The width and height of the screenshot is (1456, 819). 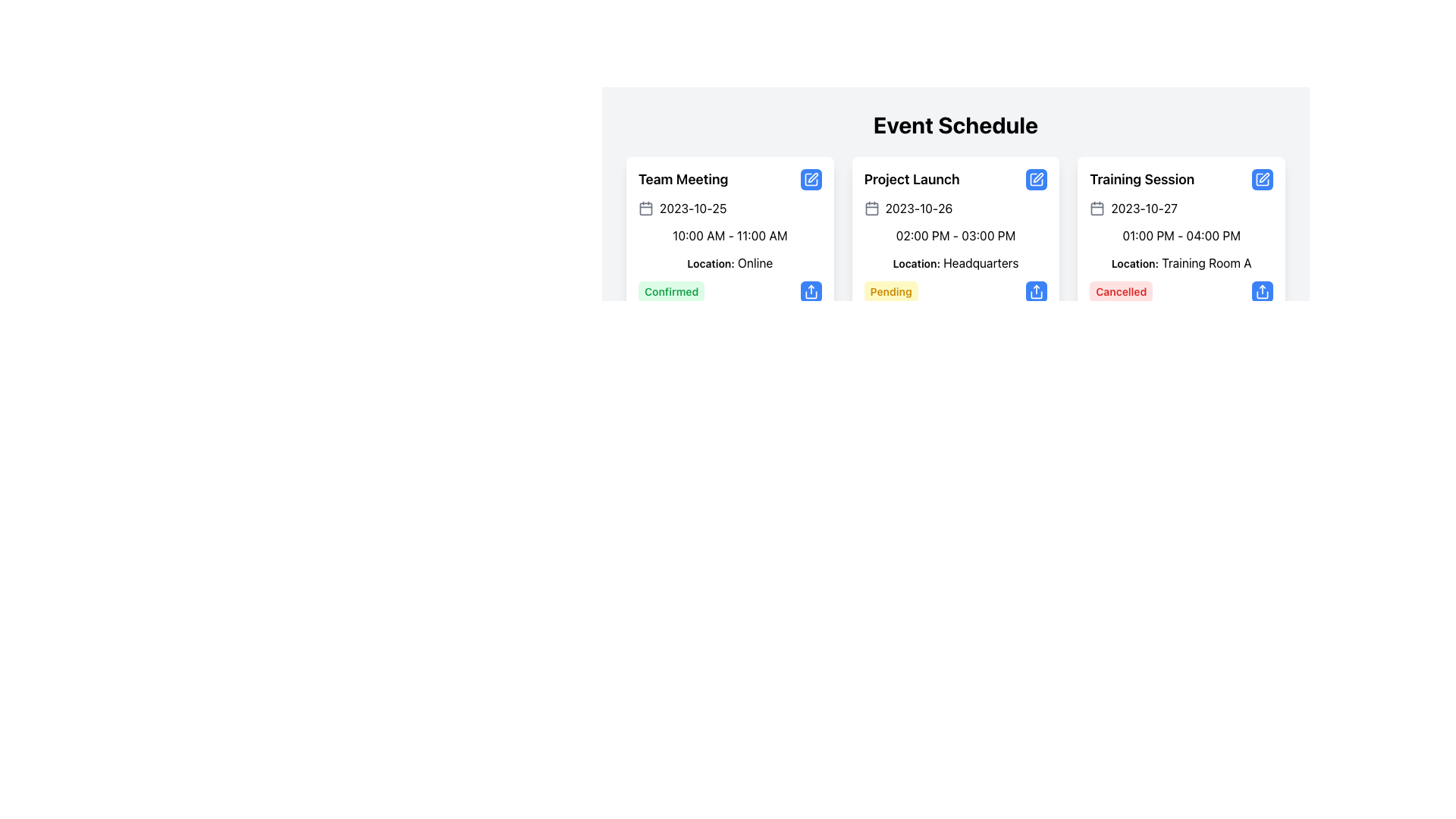 What do you see at coordinates (645, 208) in the screenshot?
I see `the date icon representing '2023-10-25' at the start of the event details for 'Team Meeting' in the 'Event Schedule' section` at bounding box center [645, 208].